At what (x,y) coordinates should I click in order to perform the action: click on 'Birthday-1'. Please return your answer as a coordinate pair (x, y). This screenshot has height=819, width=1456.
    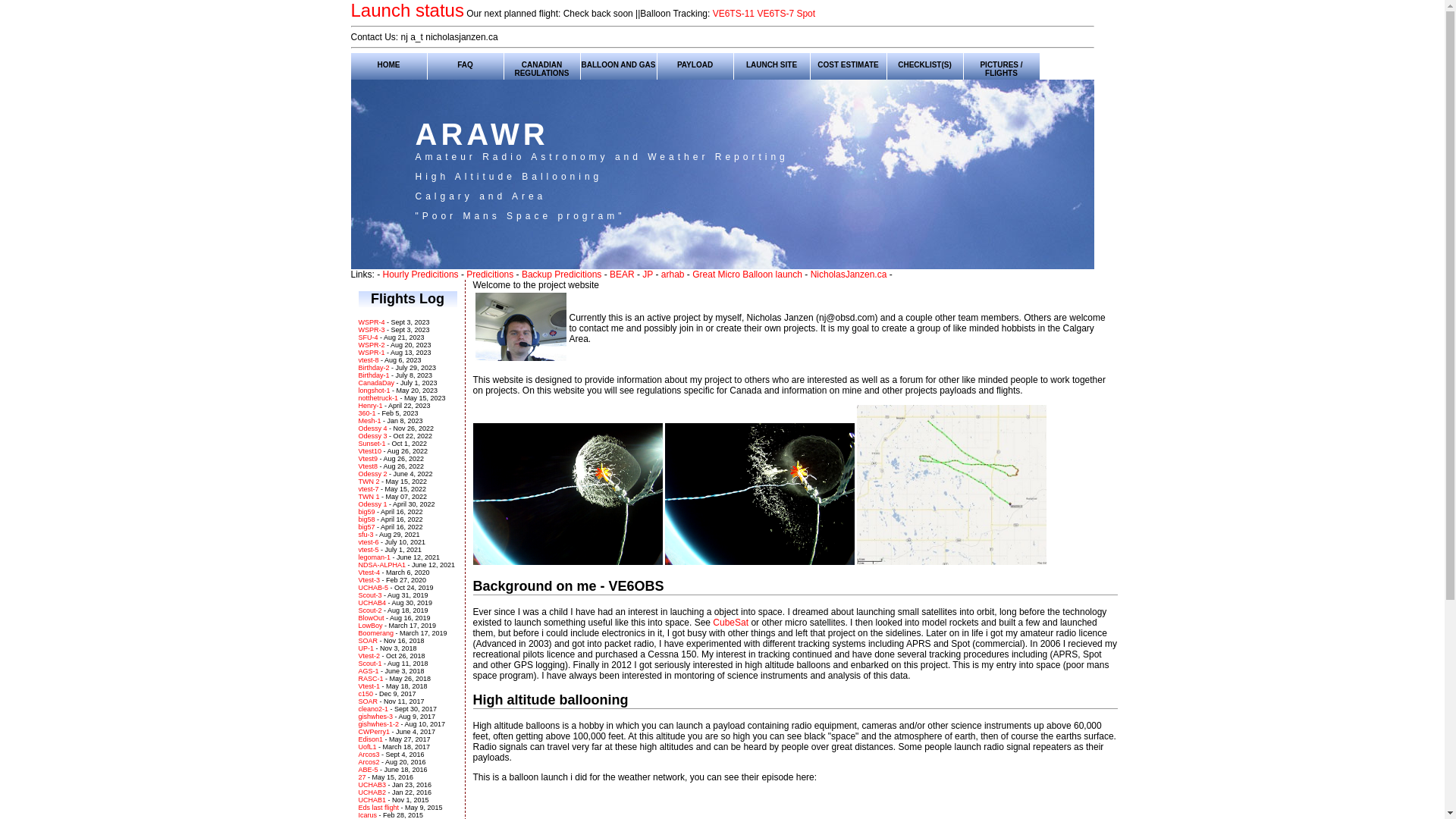
    Looking at the image, I should click on (373, 375).